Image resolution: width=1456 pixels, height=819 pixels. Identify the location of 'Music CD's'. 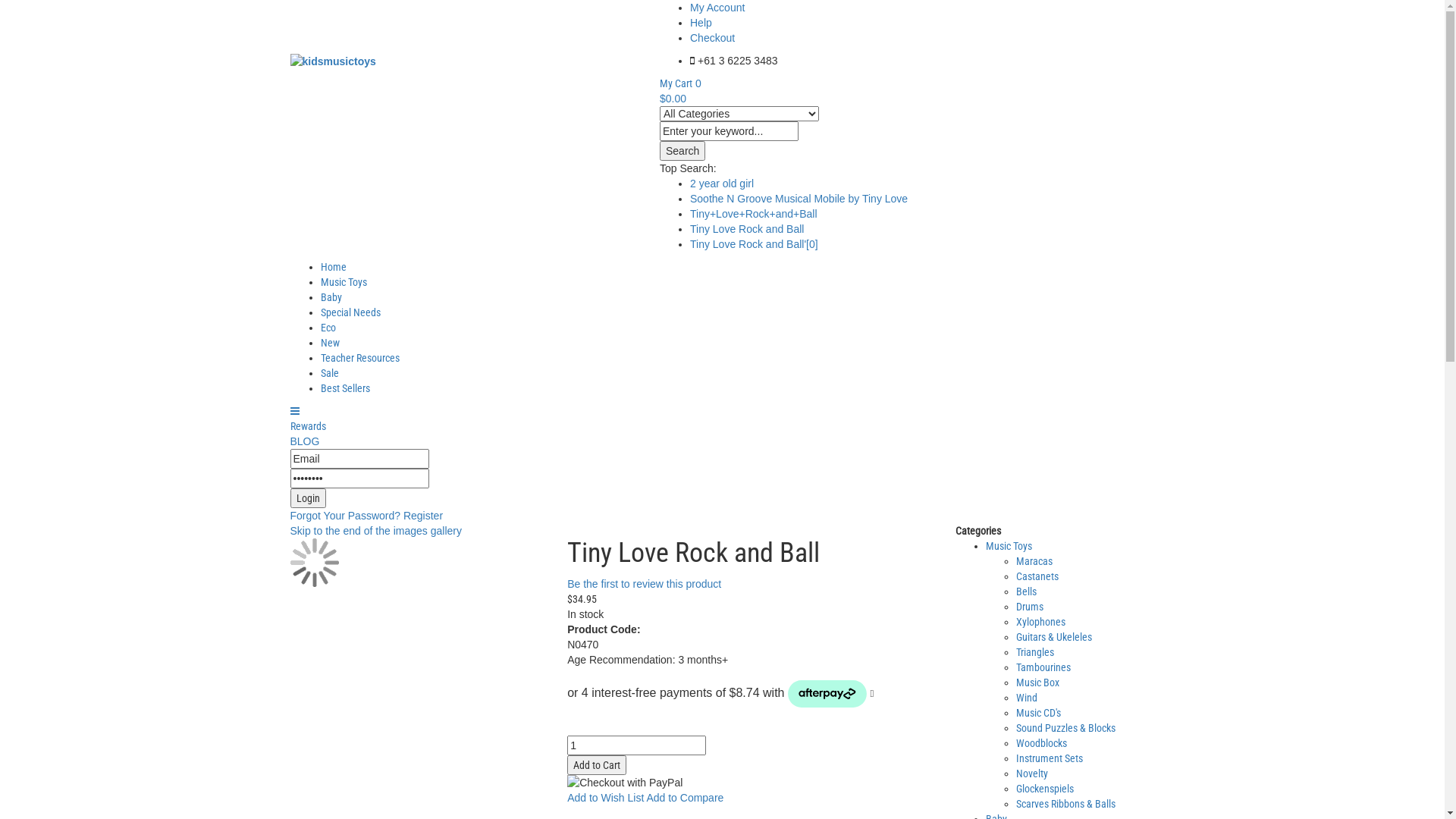
(1037, 713).